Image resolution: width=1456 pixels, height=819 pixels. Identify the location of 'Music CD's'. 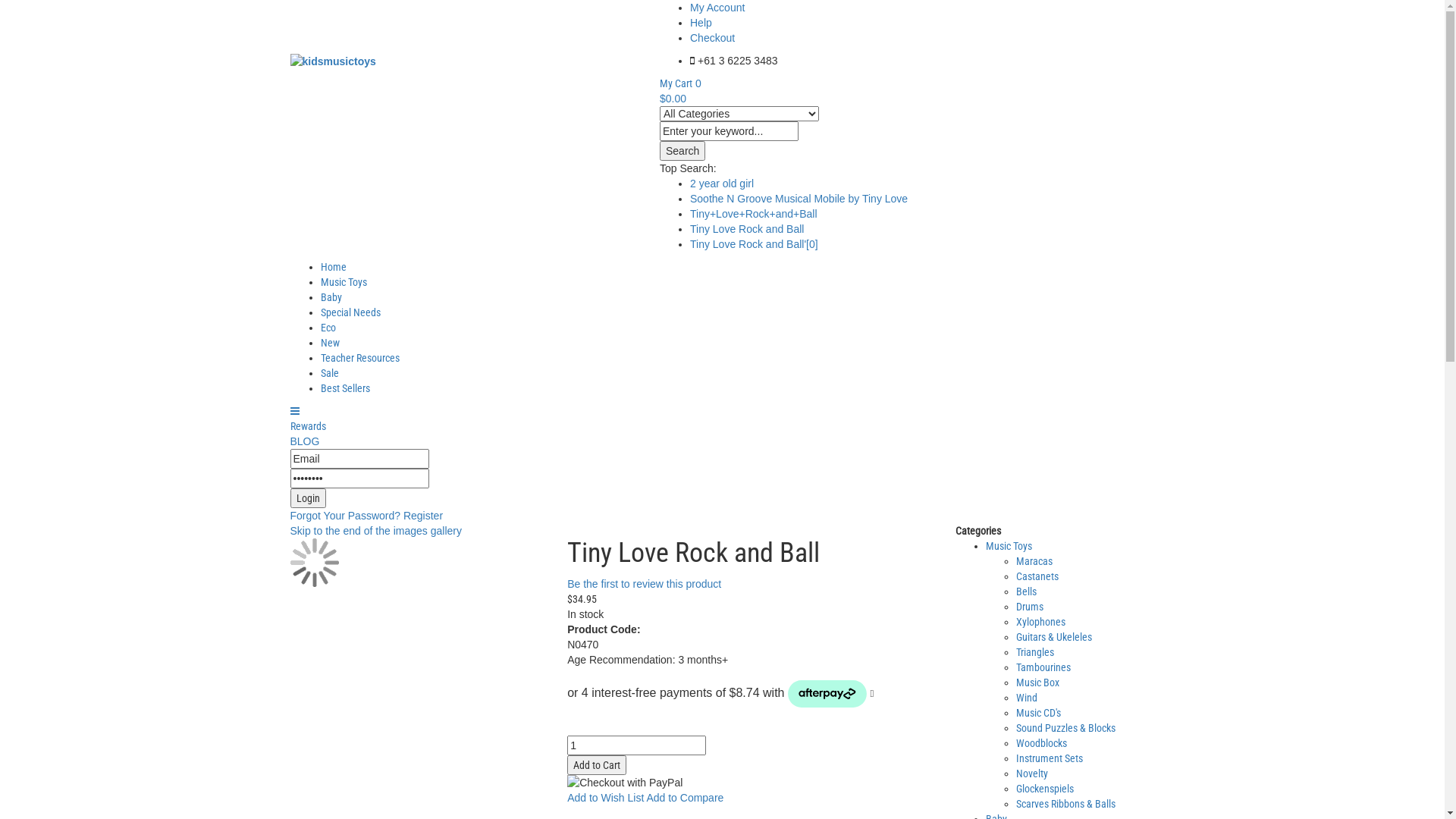
(1037, 713).